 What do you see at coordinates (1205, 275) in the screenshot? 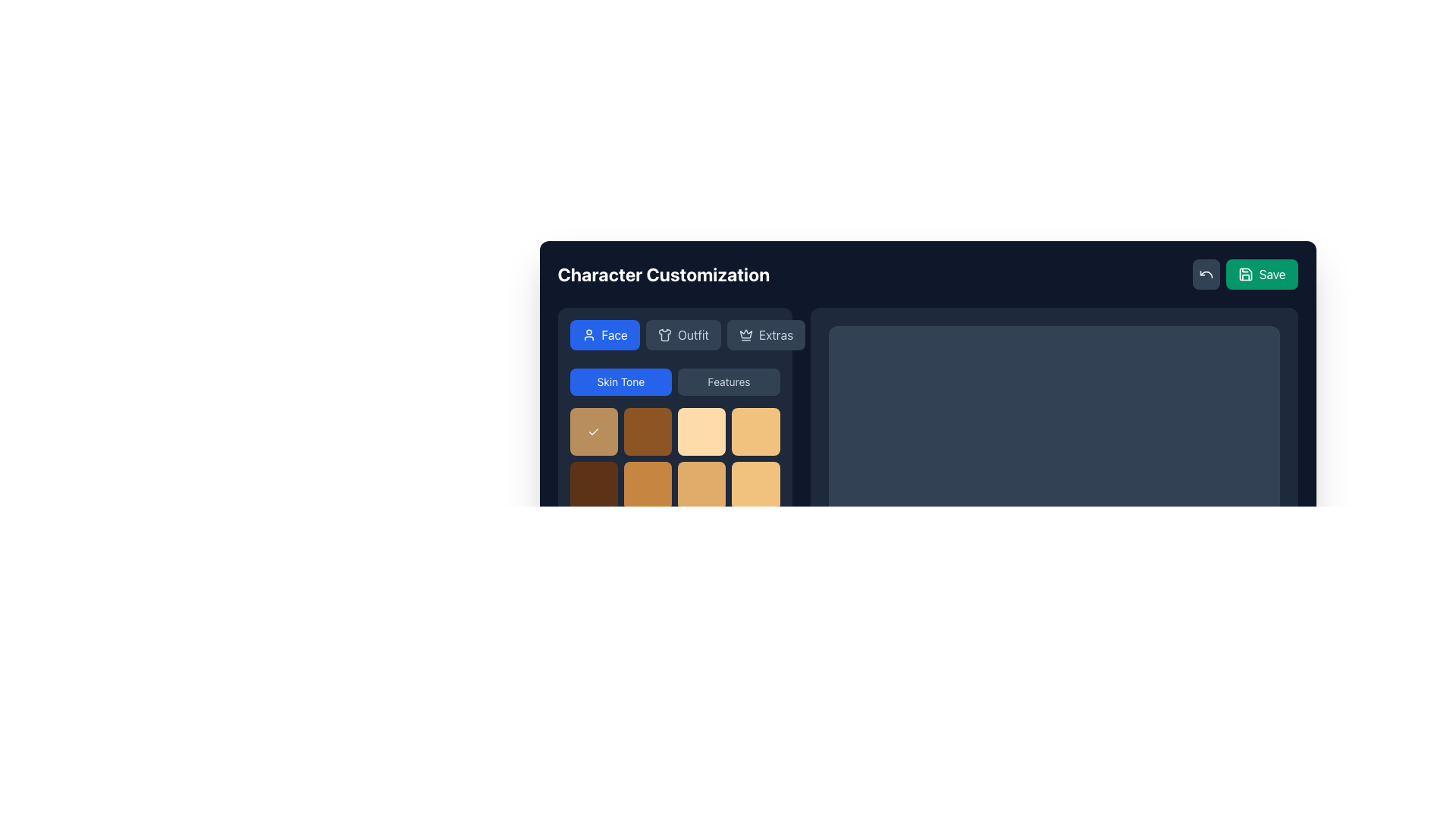
I see `the undo action icon, which is a leftward curved arrow located in the top-right corner of the interface` at bounding box center [1205, 275].